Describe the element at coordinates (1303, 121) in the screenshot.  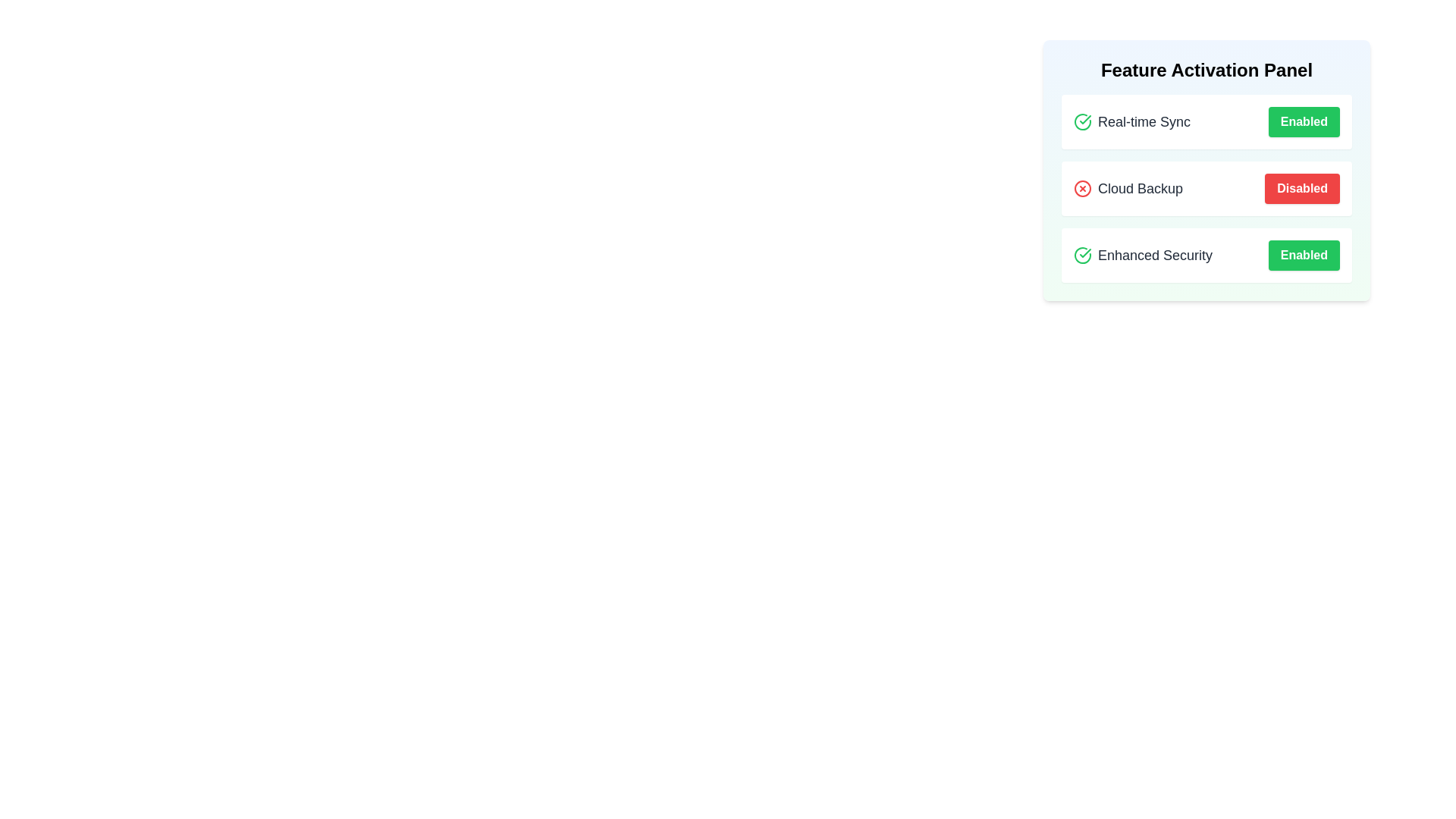
I see `the 'Enabled' button for 'Real-time Sync' to toggle its state` at that location.